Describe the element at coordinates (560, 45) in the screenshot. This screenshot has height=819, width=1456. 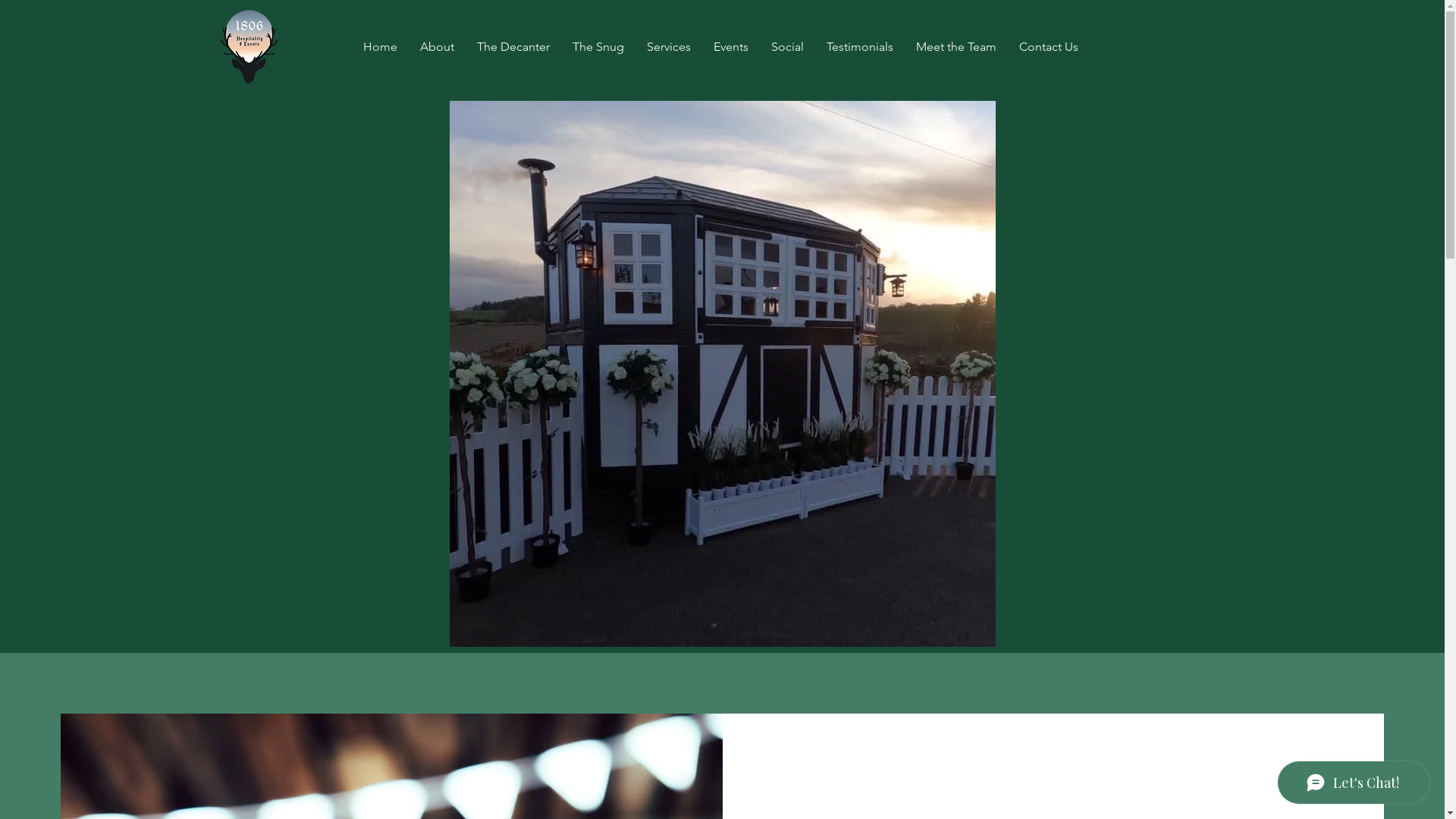
I see `'The Snug'` at that location.